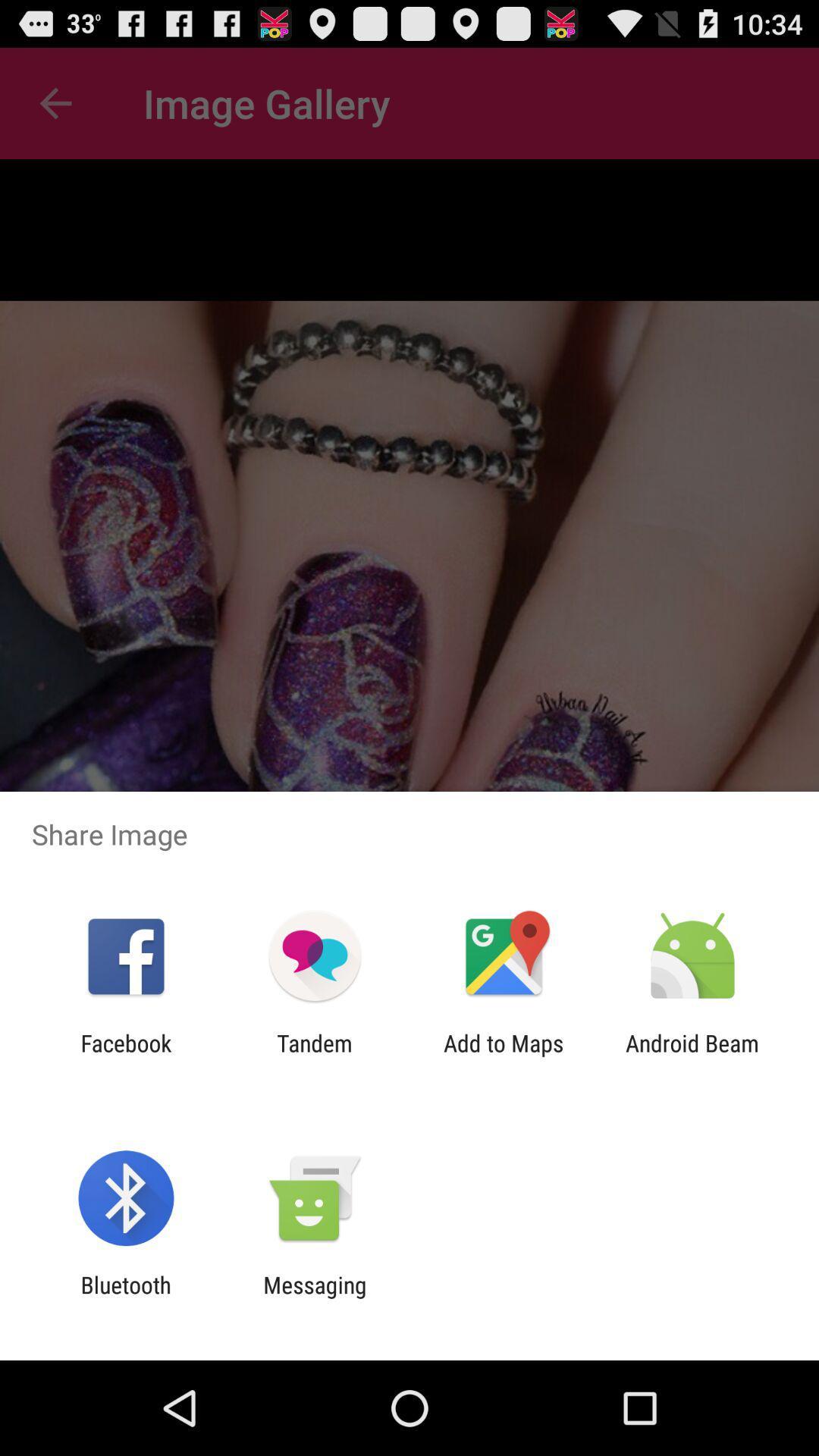 The image size is (819, 1456). What do you see at coordinates (504, 1056) in the screenshot?
I see `the app next to the tandem app` at bounding box center [504, 1056].